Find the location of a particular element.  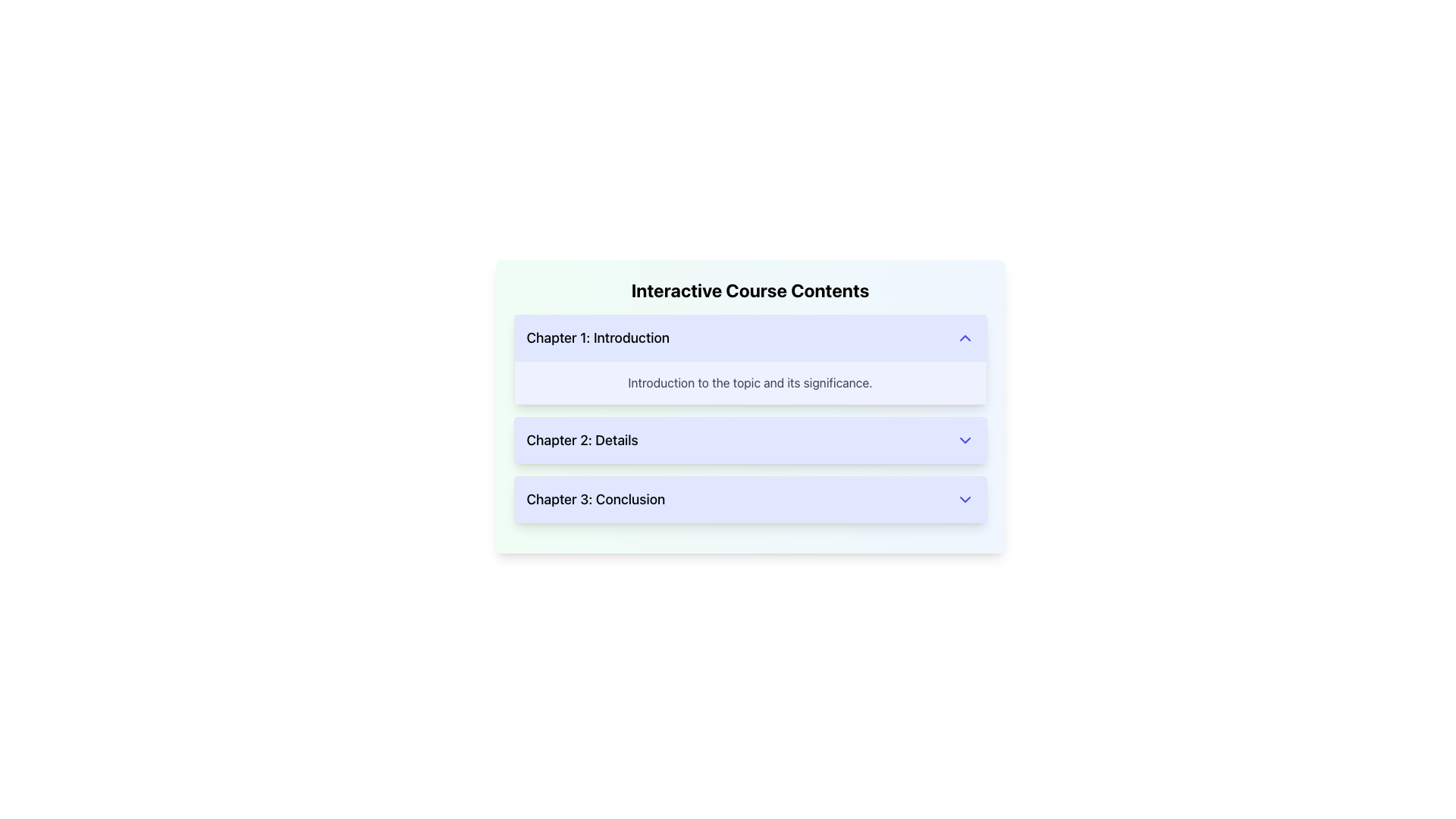

the small upward-facing chevron icon, which is indigo and located to the right of the 'Chapter 1: Introduction' text is located at coordinates (964, 337).